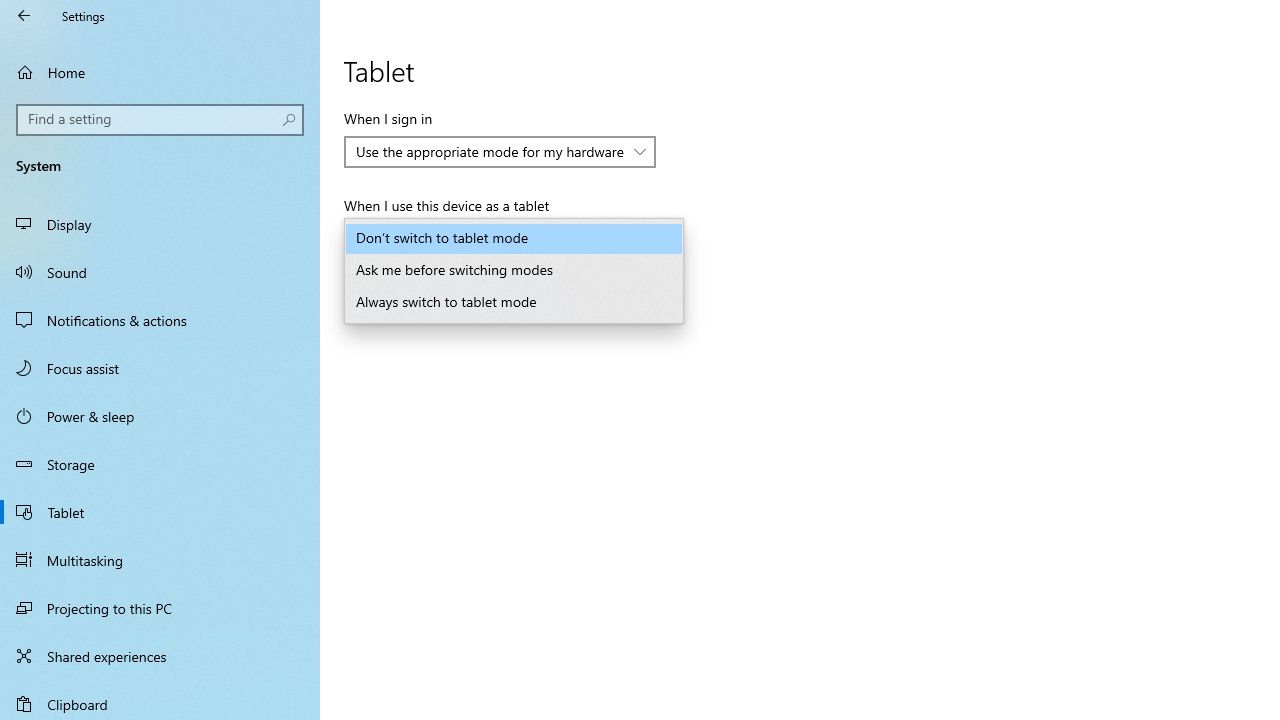  What do you see at coordinates (514, 303) in the screenshot?
I see `'Always switch to tablet mode'` at bounding box center [514, 303].